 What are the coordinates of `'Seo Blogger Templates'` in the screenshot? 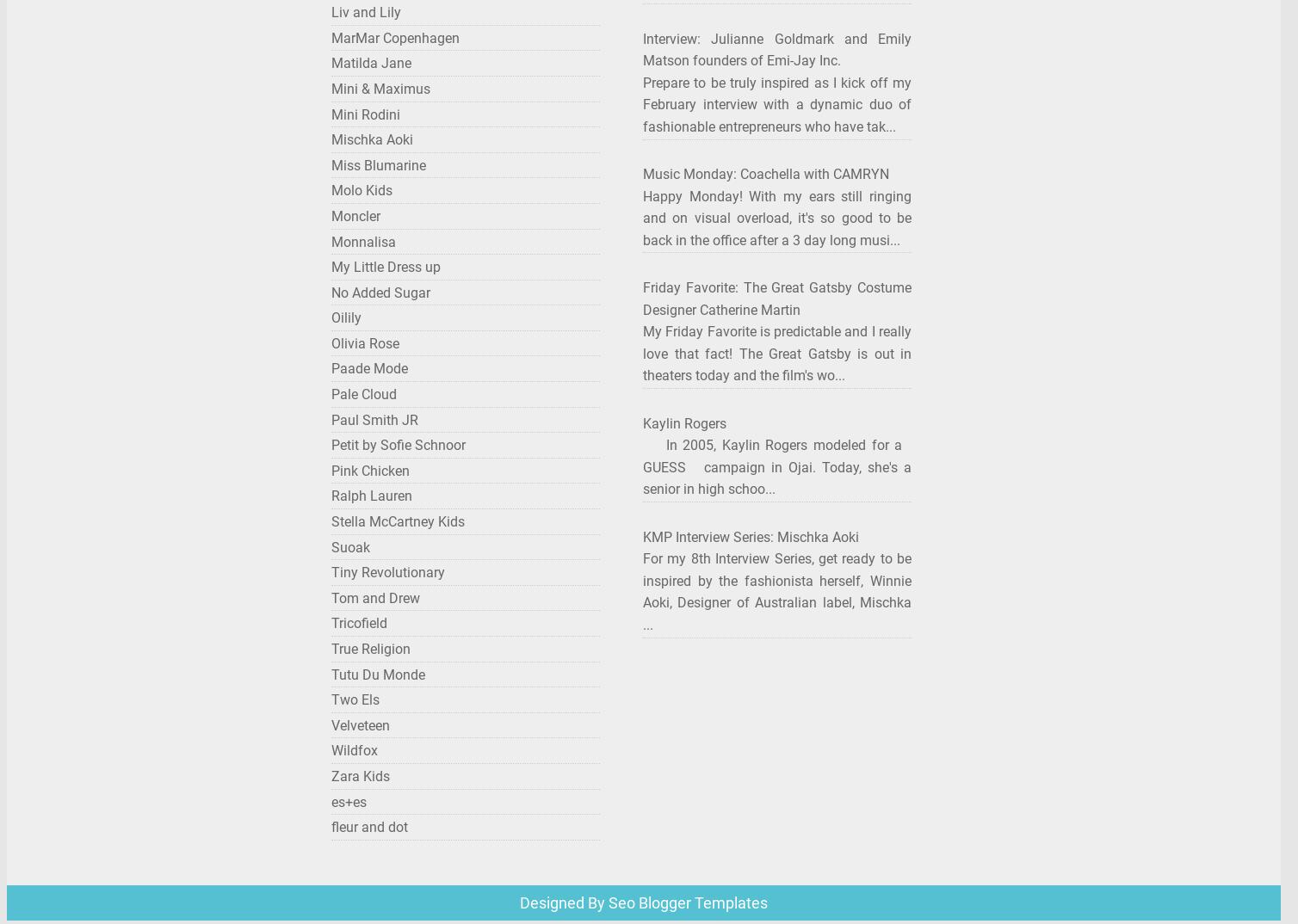 It's located at (686, 902).